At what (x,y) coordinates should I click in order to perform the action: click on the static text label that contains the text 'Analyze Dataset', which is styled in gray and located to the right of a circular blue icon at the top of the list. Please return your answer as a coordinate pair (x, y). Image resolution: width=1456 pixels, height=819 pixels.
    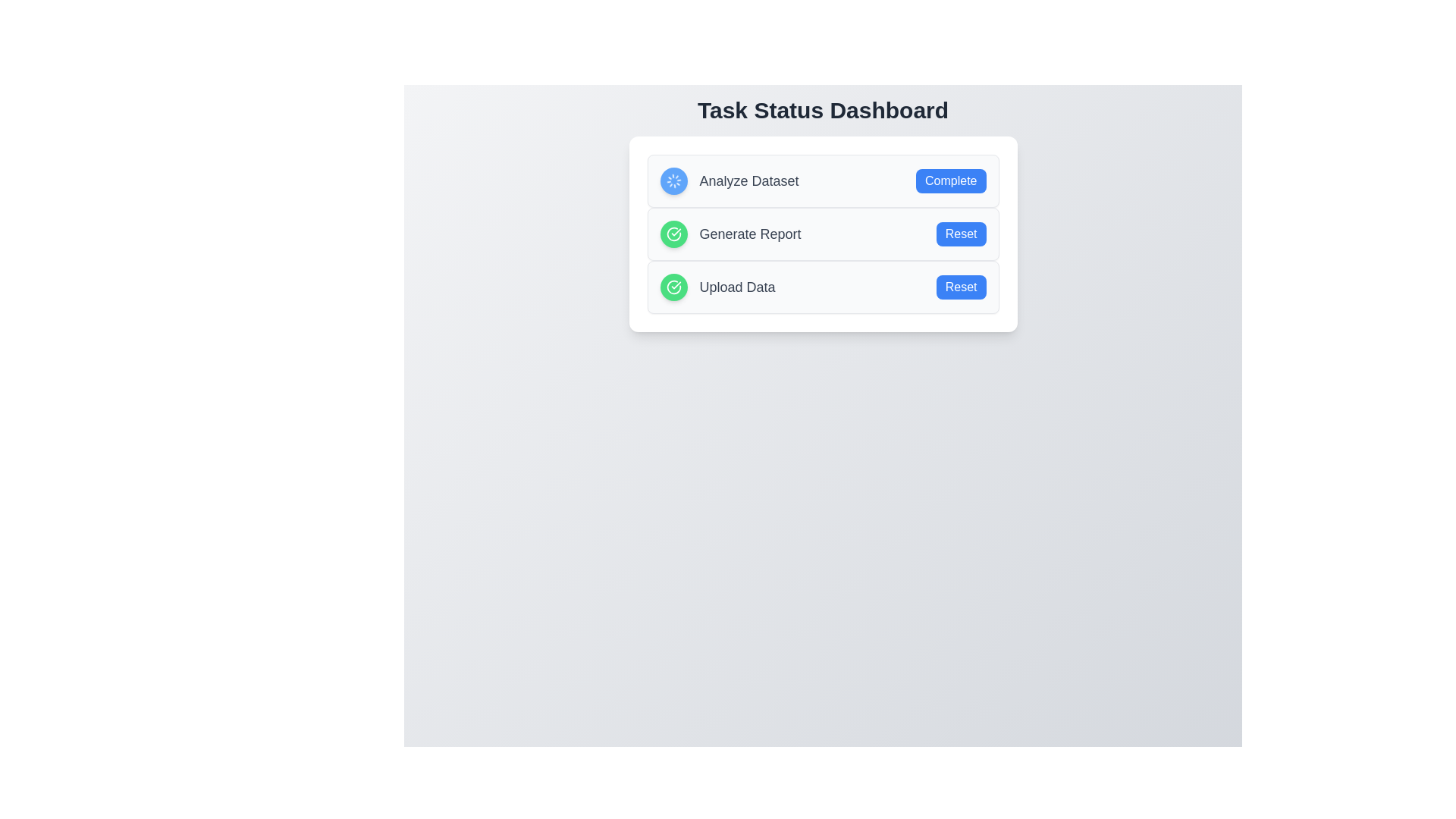
    Looking at the image, I should click on (749, 180).